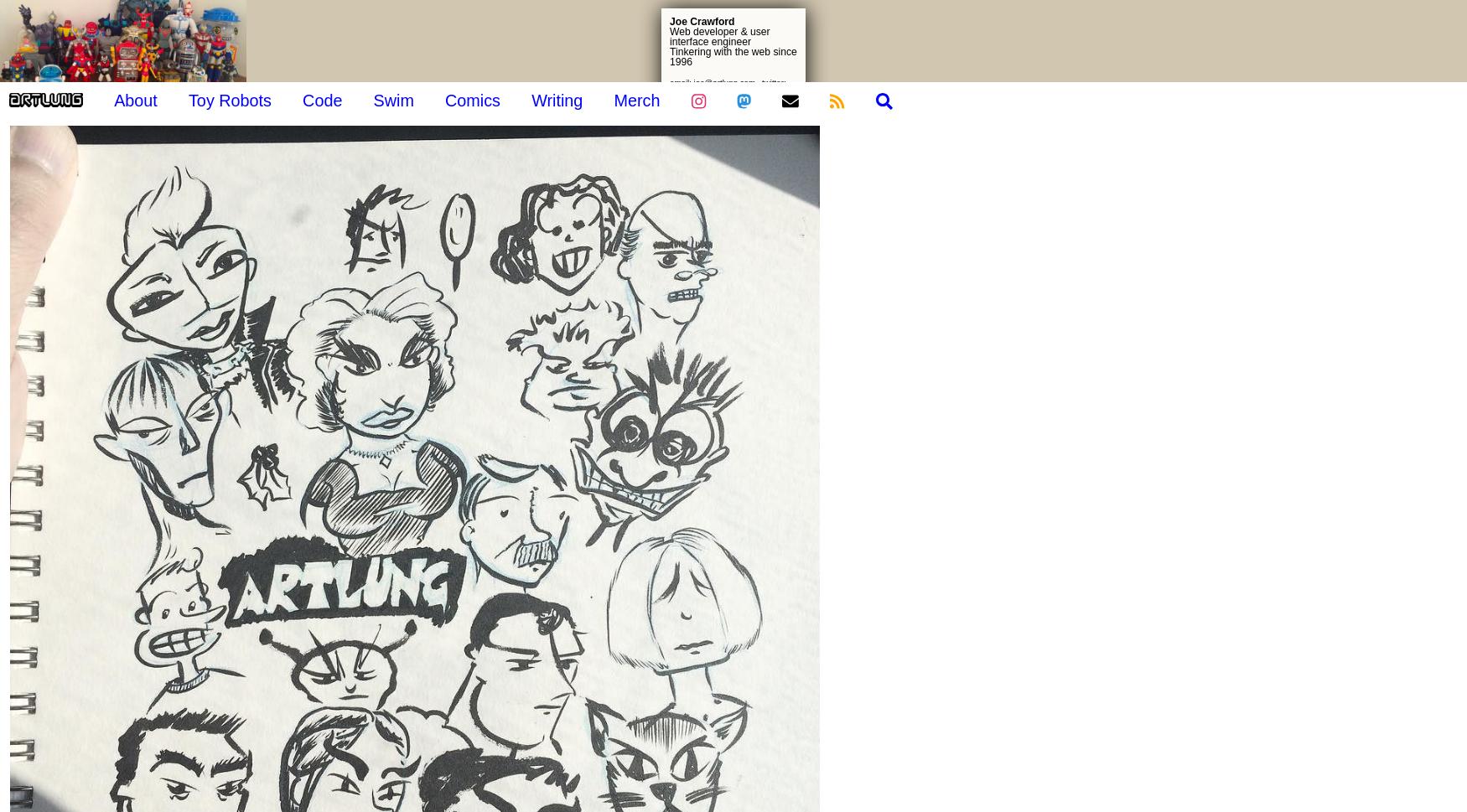 This screenshot has width=1467, height=812. What do you see at coordinates (1399, 188) in the screenshot?
I see `'@artlung'` at bounding box center [1399, 188].